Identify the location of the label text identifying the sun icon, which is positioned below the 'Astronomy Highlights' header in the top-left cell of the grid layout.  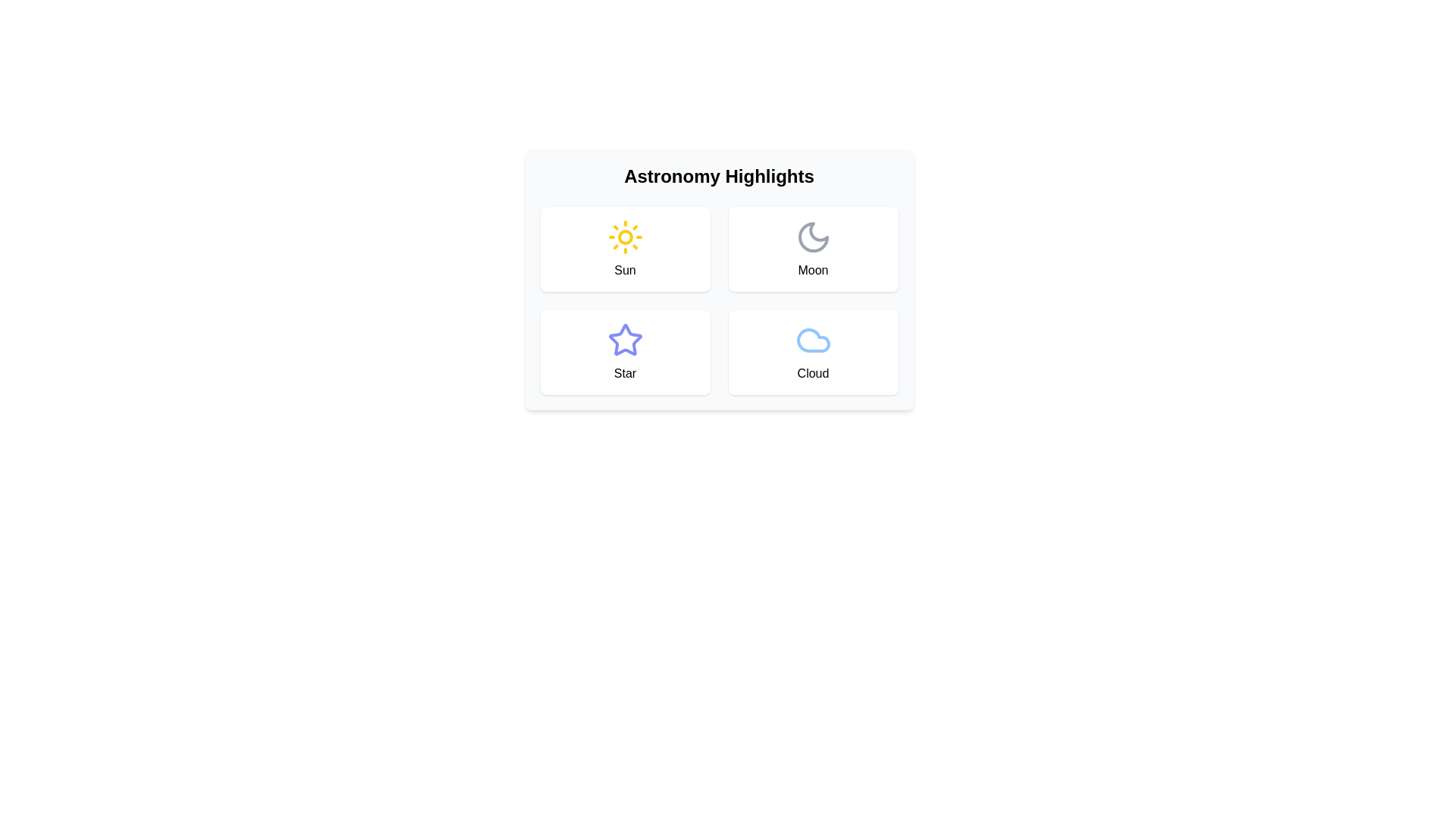
(625, 270).